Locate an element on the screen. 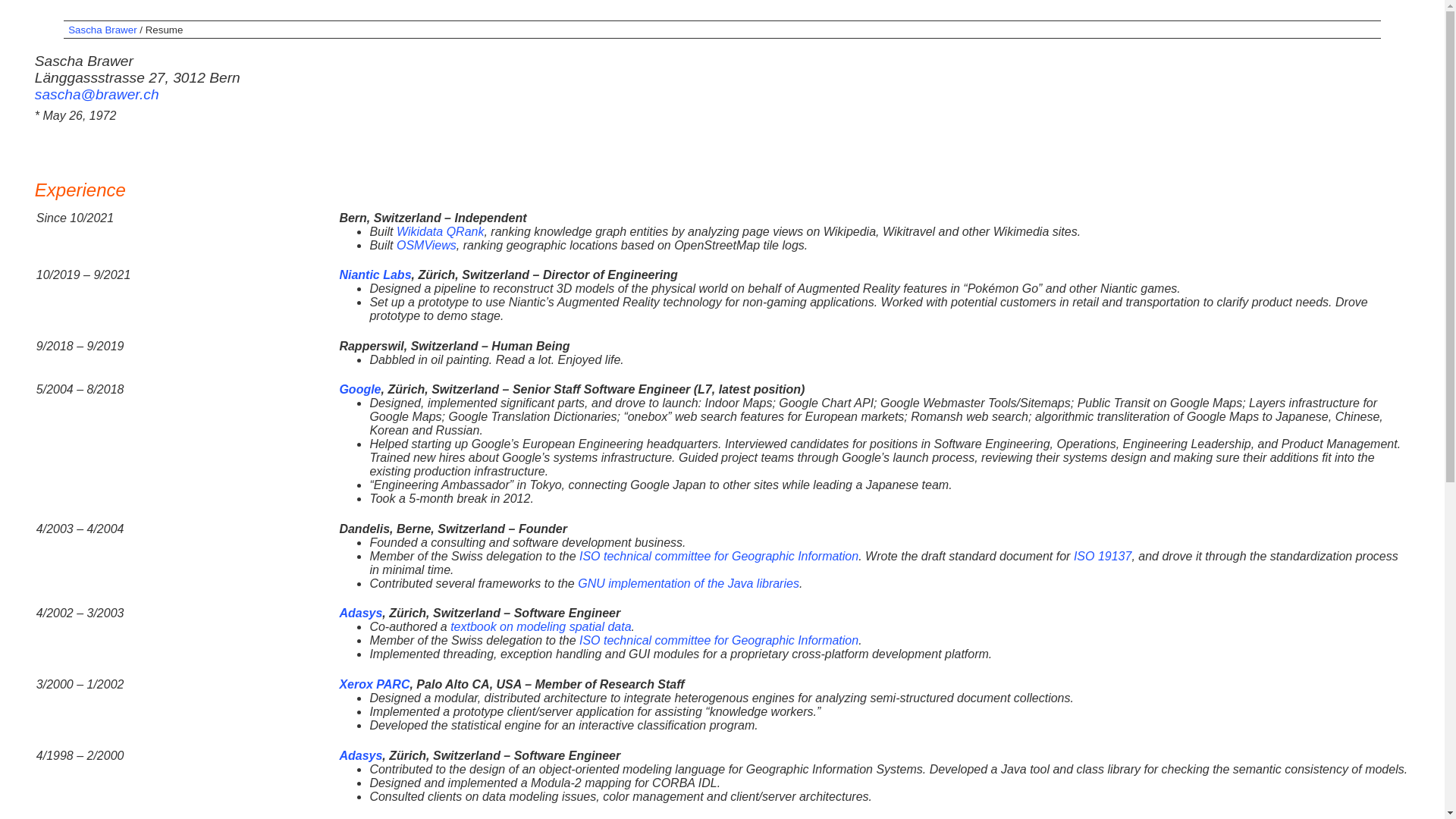 This screenshot has height=819, width=1456. 'ISO 19137' is located at coordinates (1073, 556).